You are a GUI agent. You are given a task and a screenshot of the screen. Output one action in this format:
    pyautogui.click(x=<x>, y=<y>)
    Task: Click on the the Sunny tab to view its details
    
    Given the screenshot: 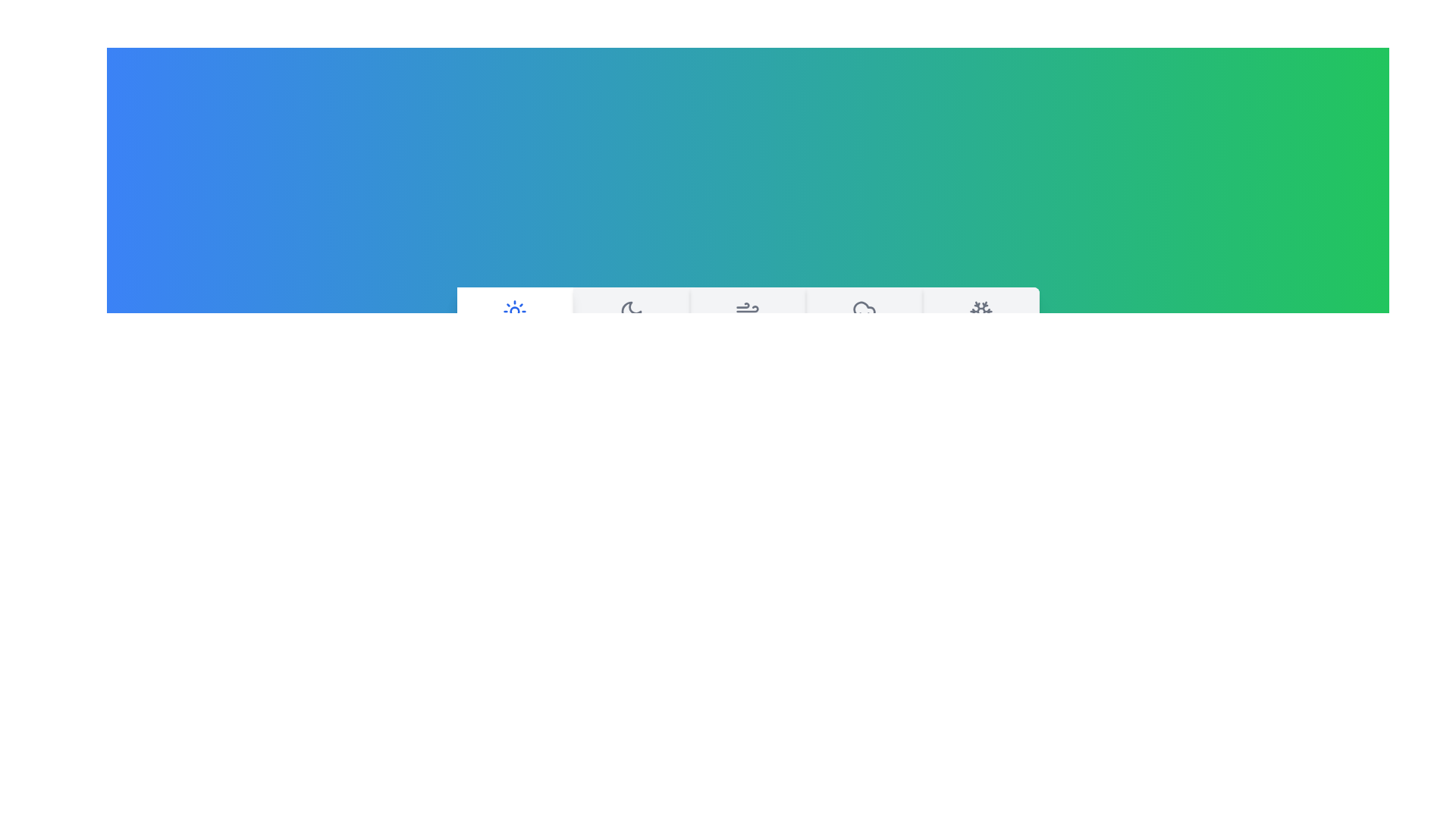 What is the action you would take?
    pyautogui.click(x=514, y=326)
    